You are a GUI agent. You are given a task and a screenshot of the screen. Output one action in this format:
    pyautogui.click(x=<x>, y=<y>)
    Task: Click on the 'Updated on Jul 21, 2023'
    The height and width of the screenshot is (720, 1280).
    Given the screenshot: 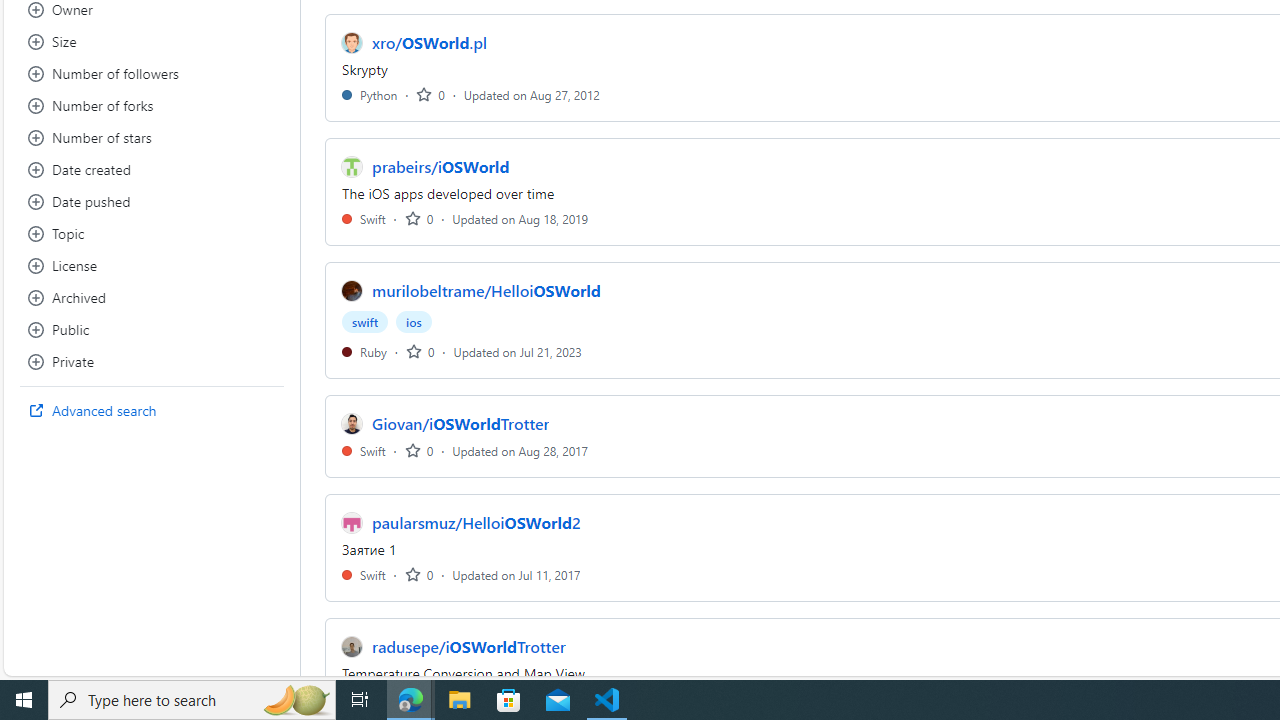 What is the action you would take?
    pyautogui.click(x=517, y=350)
    